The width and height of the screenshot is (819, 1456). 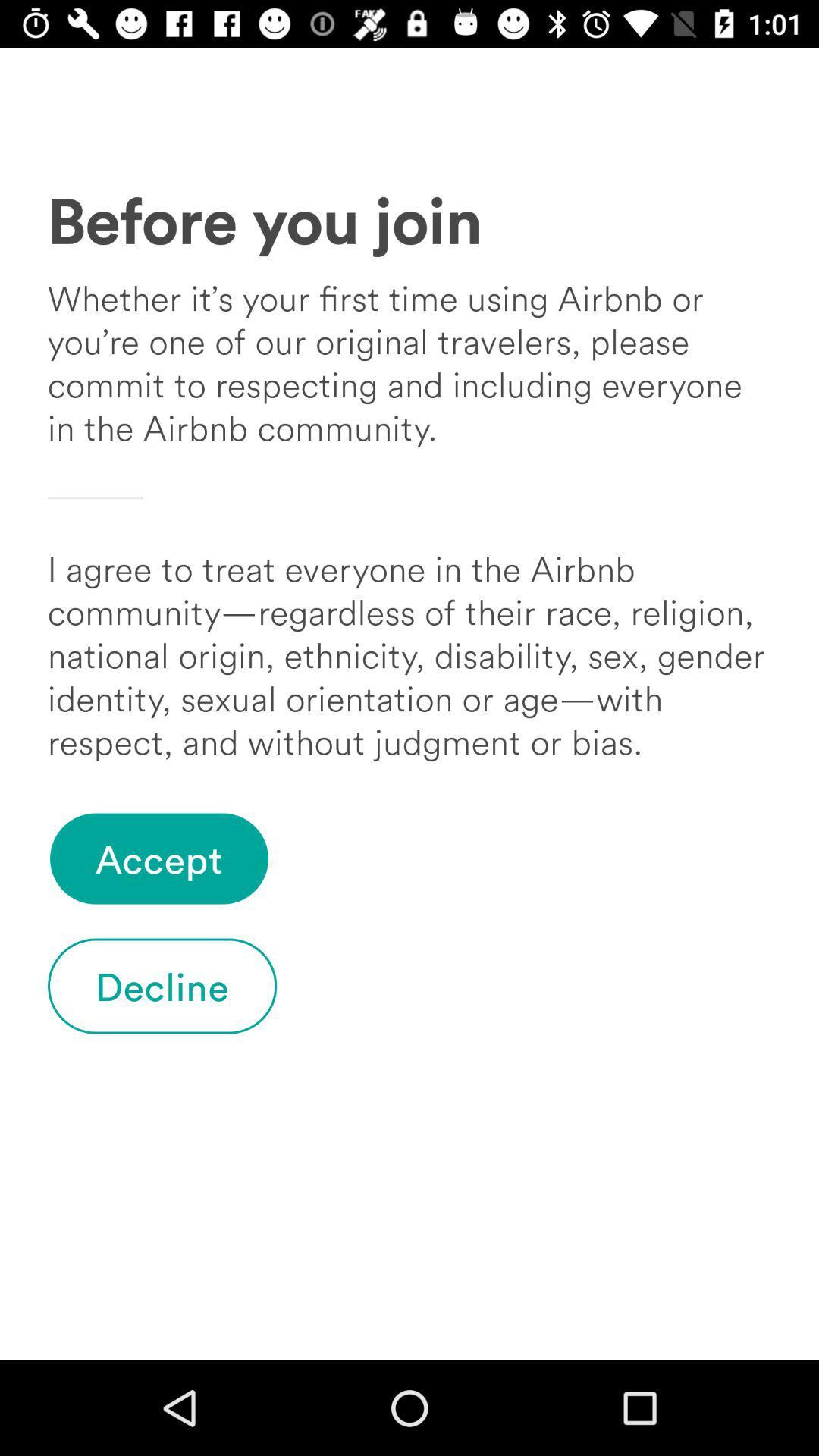 What do you see at coordinates (158, 858) in the screenshot?
I see `the accept item` at bounding box center [158, 858].